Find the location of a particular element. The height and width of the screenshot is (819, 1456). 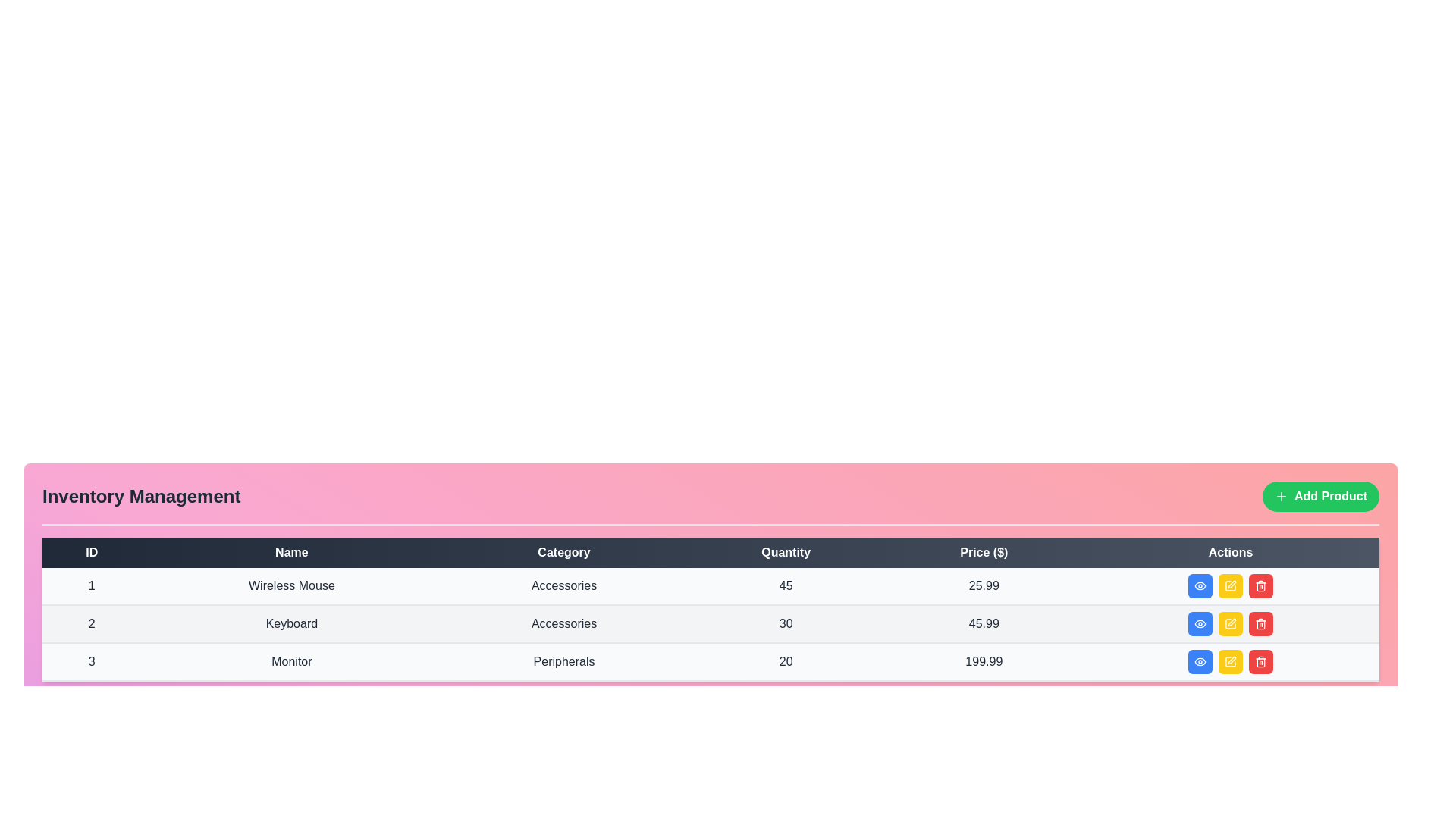

the yellow button with a white pen icon, which is the second button in the 'Actions' column of the third row in the table, to trigger styling changes is located at coordinates (1231, 661).